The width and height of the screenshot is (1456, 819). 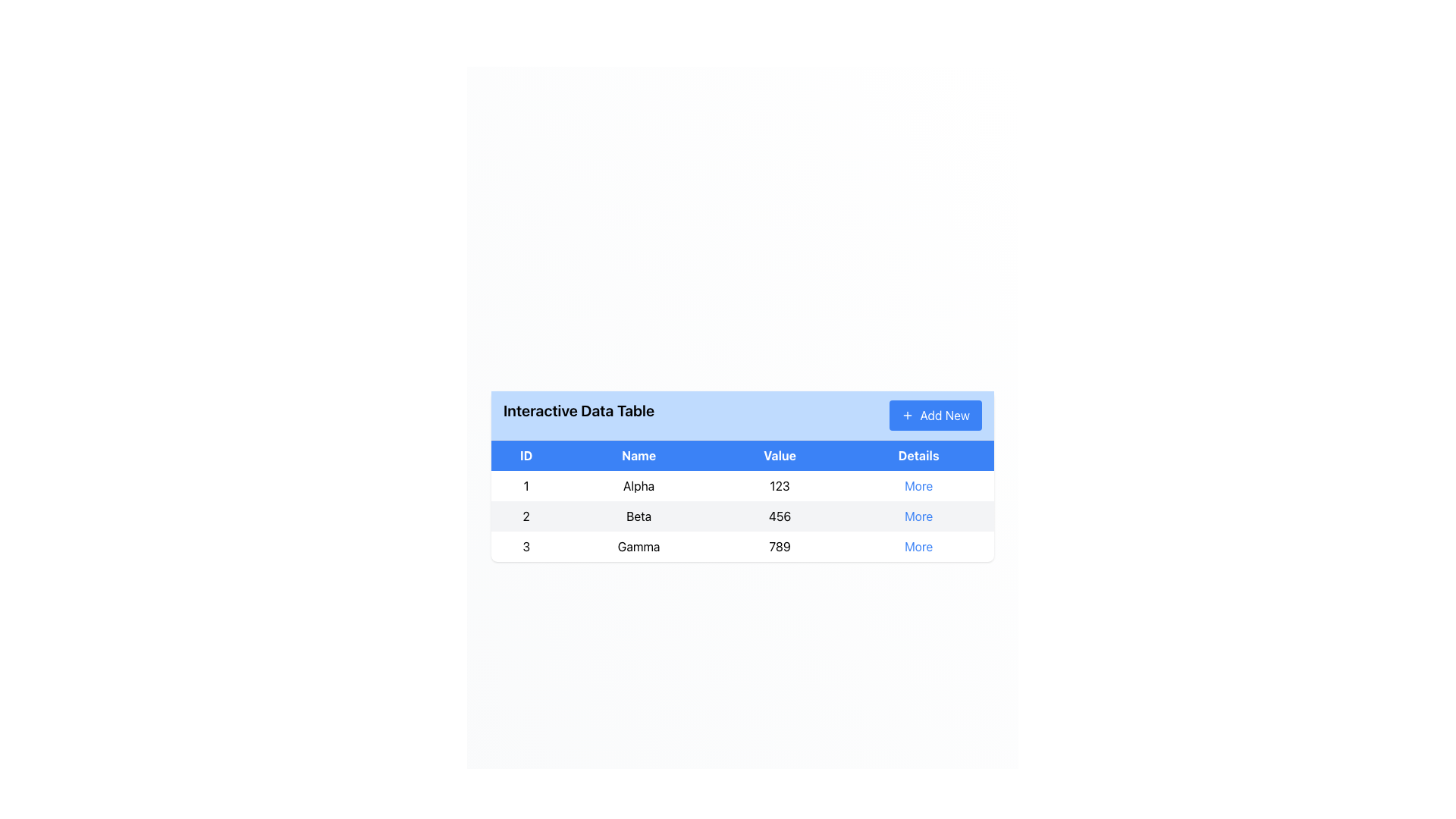 What do you see at coordinates (908, 415) in the screenshot?
I see `the plus sign icon inside the rounded blue button labeled 'Add New' in the top-right corner of the blue header` at bounding box center [908, 415].